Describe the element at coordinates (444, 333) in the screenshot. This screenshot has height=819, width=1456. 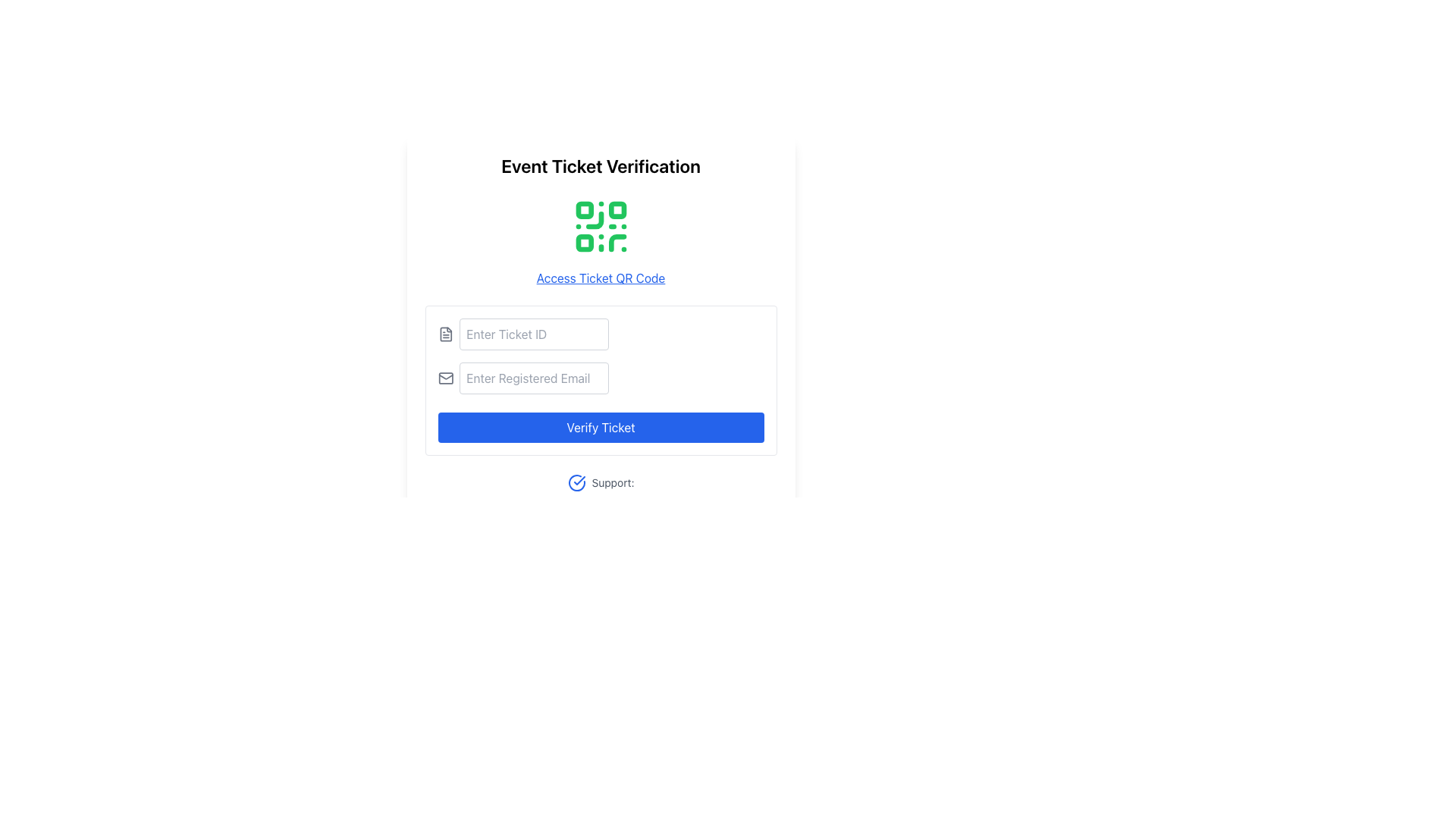
I see `the document icon that has a minimalist design and is located to the left of the 'Enter Ticket ID' text input field` at that location.